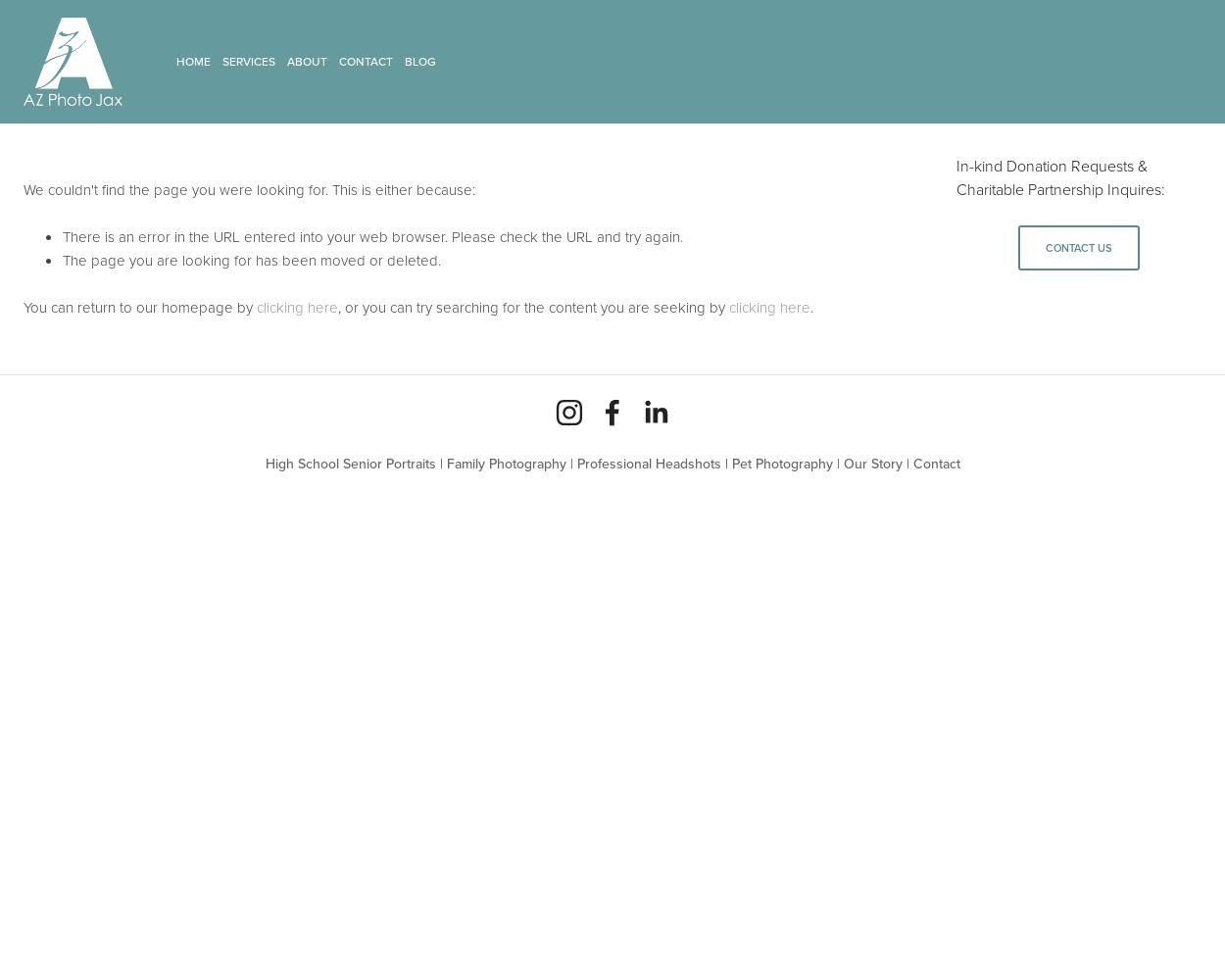 The height and width of the screenshot is (980, 1225). What do you see at coordinates (248, 61) in the screenshot?
I see `'Services'` at bounding box center [248, 61].